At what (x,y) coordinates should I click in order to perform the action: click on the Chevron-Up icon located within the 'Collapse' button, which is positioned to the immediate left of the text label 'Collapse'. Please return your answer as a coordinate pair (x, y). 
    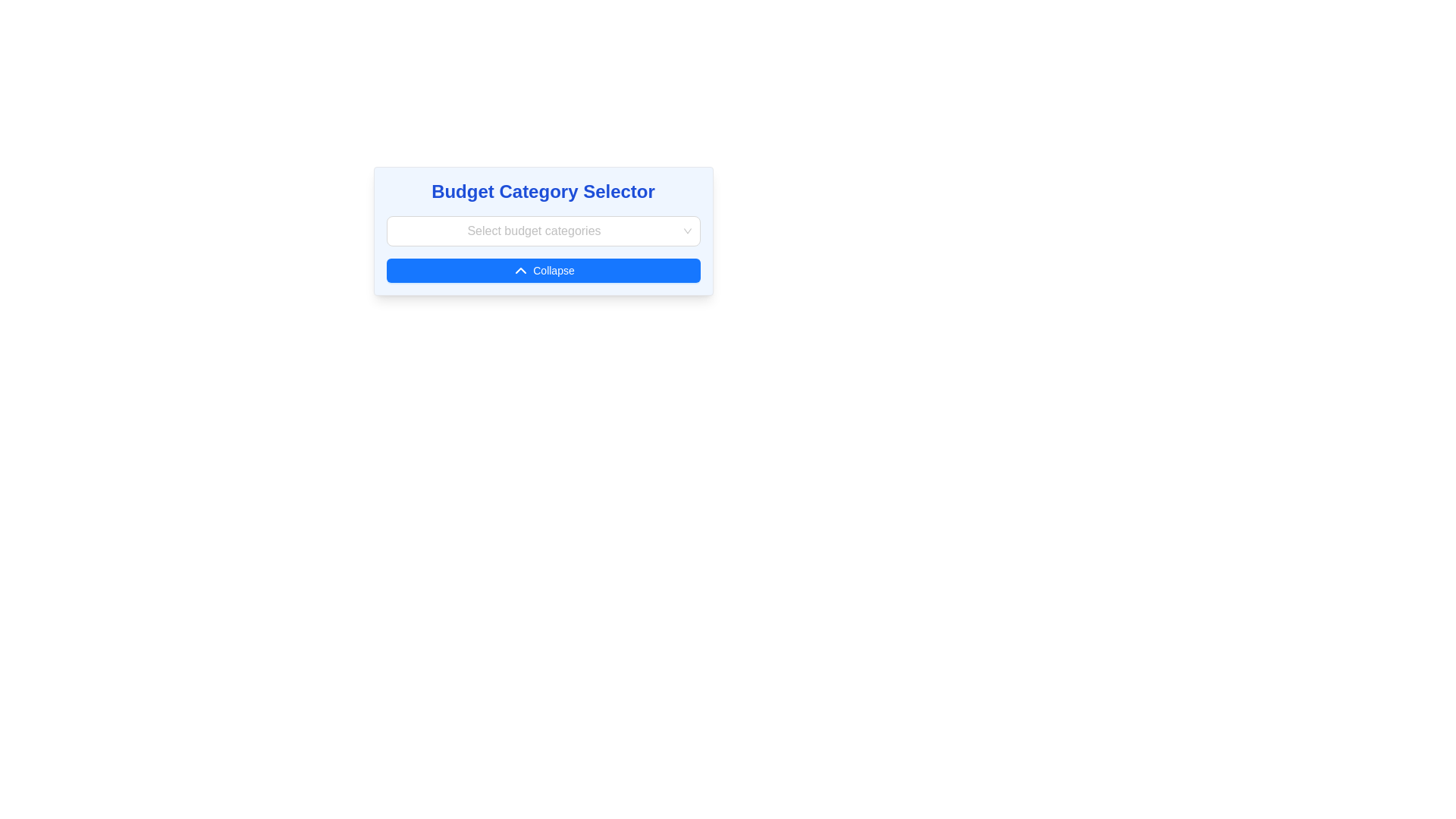
    Looking at the image, I should click on (521, 270).